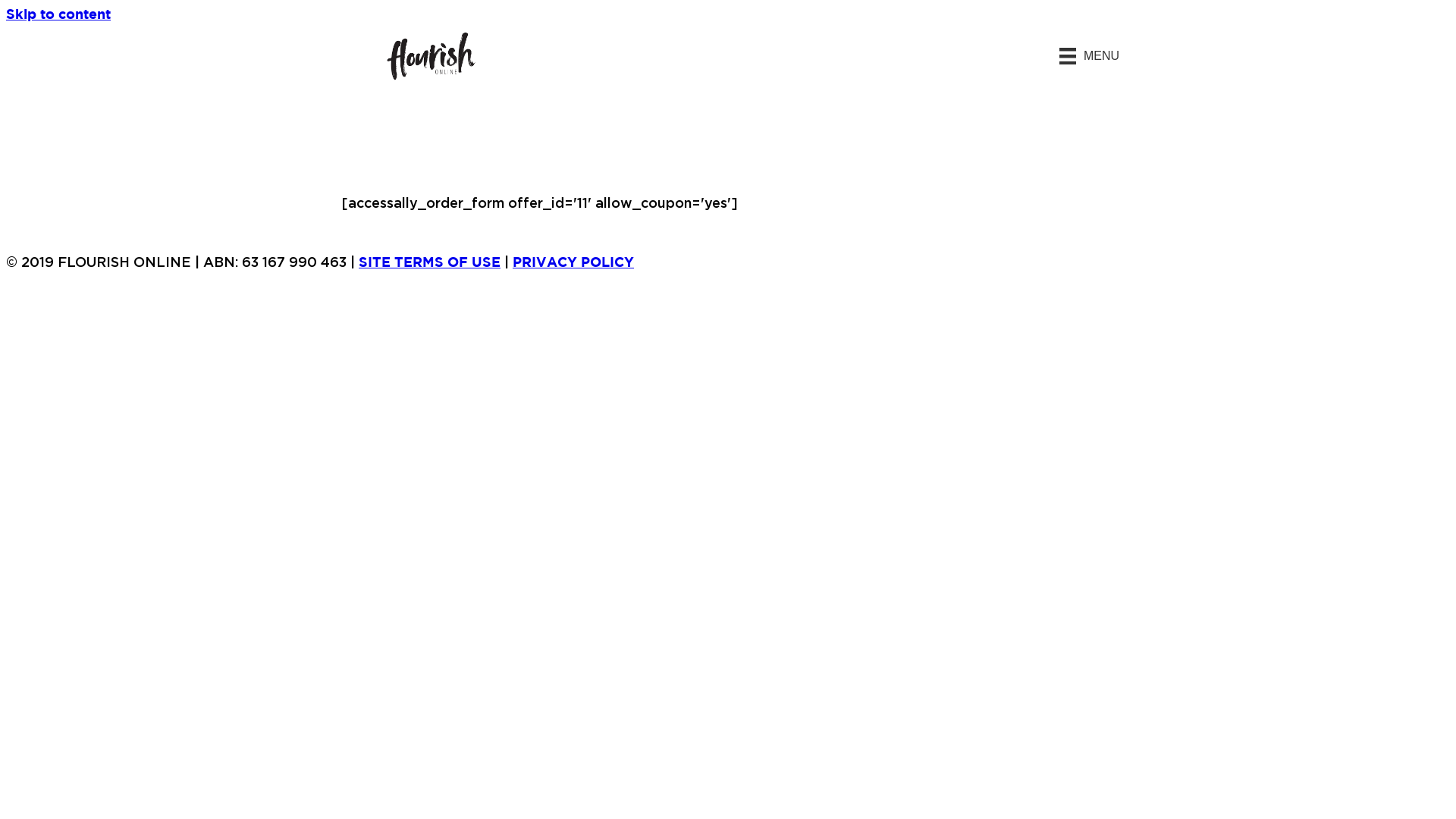 The width and height of the screenshot is (1456, 819). I want to click on 'PRIVACY POLICY', so click(513, 262).